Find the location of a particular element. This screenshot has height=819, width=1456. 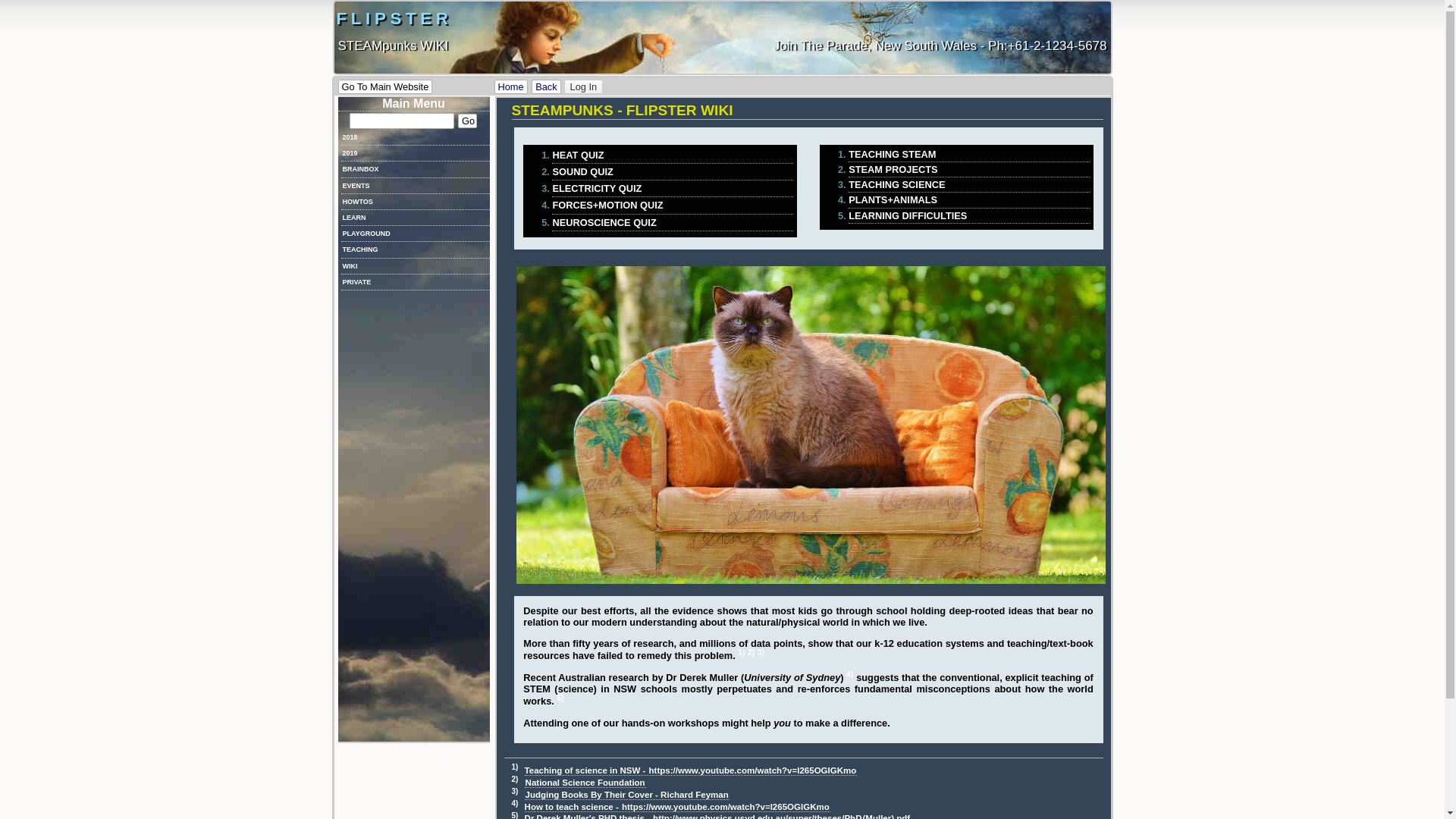

'[F]' is located at coordinates (400, 120).